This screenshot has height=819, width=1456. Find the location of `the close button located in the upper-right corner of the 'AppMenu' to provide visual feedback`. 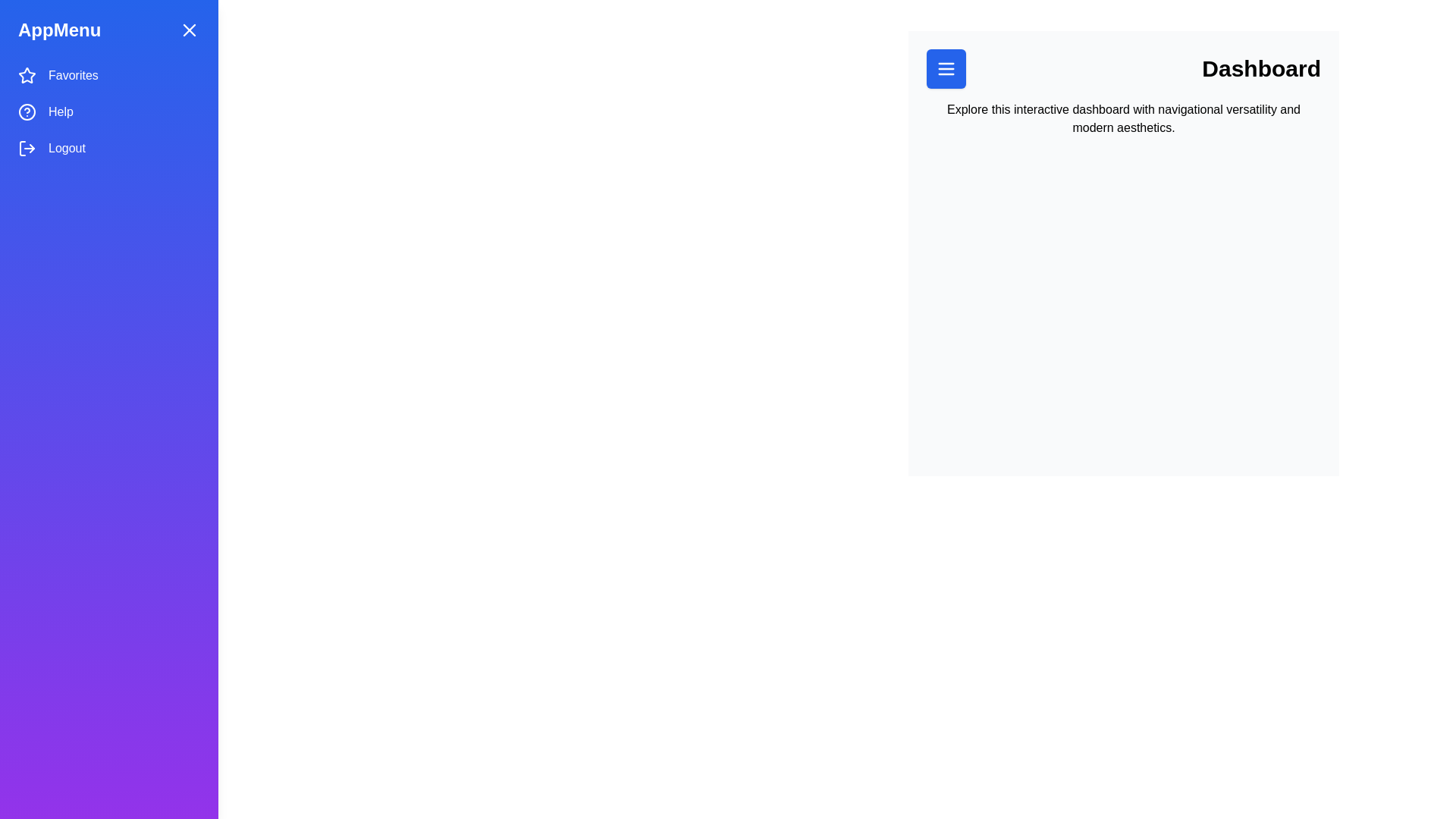

the close button located in the upper-right corner of the 'AppMenu' to provide visual feedback is located at coordinates (188, 30).